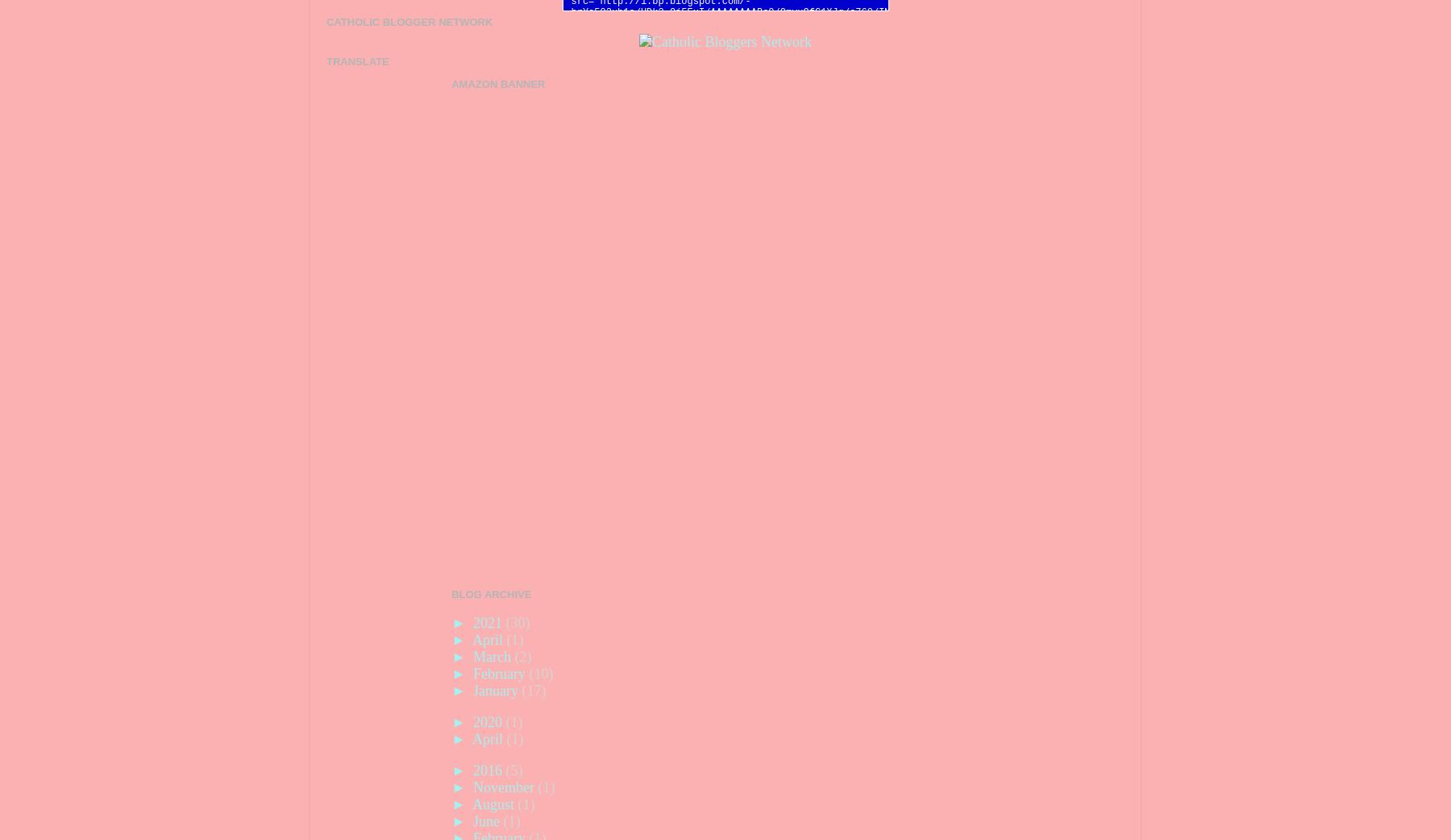 This screenshot has width=1451, height=840. I want to click on 'March', so click(472, 656).